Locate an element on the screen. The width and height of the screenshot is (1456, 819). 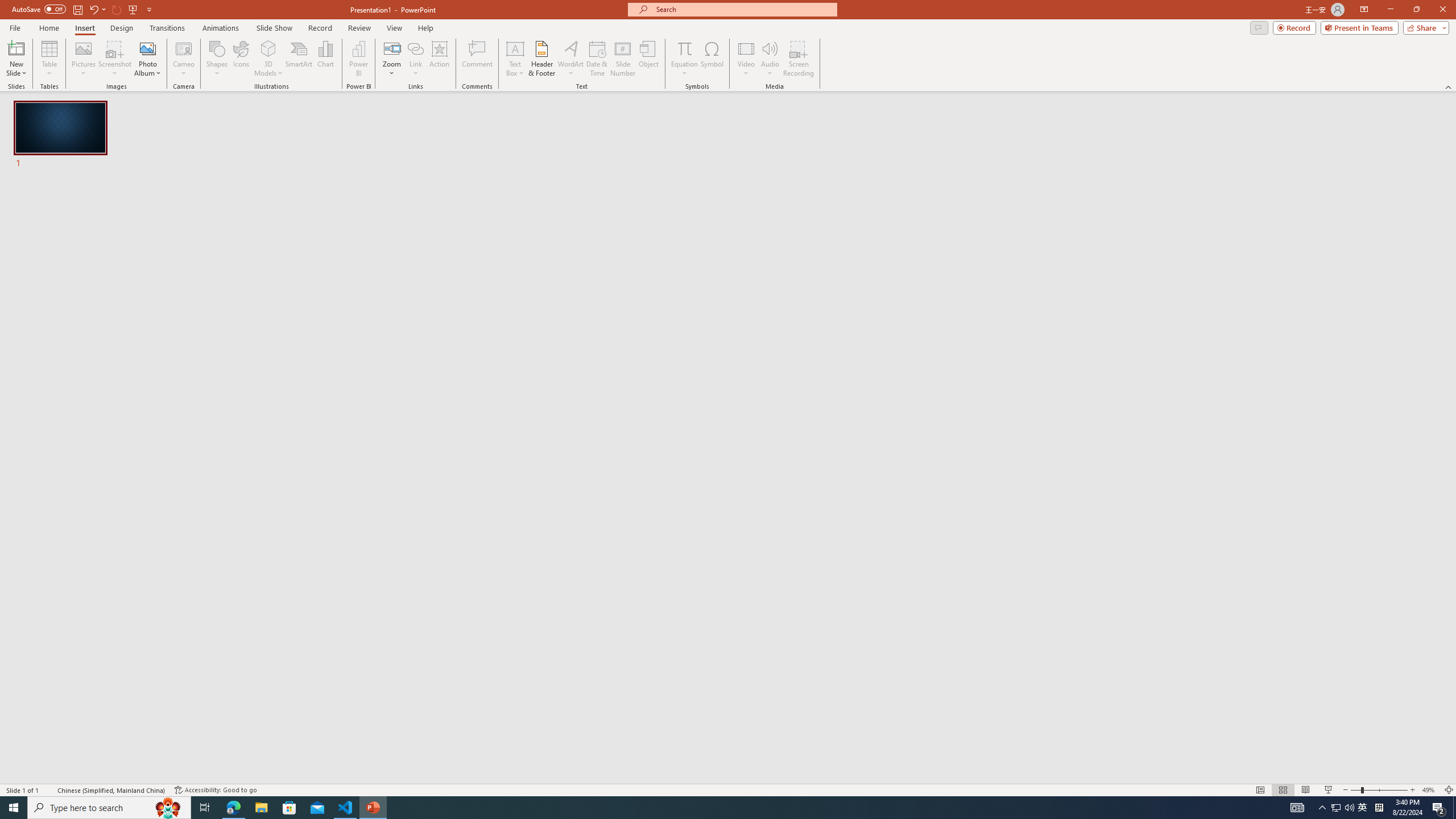
'Zoom 49%' is located at coordinates (1430, 790).